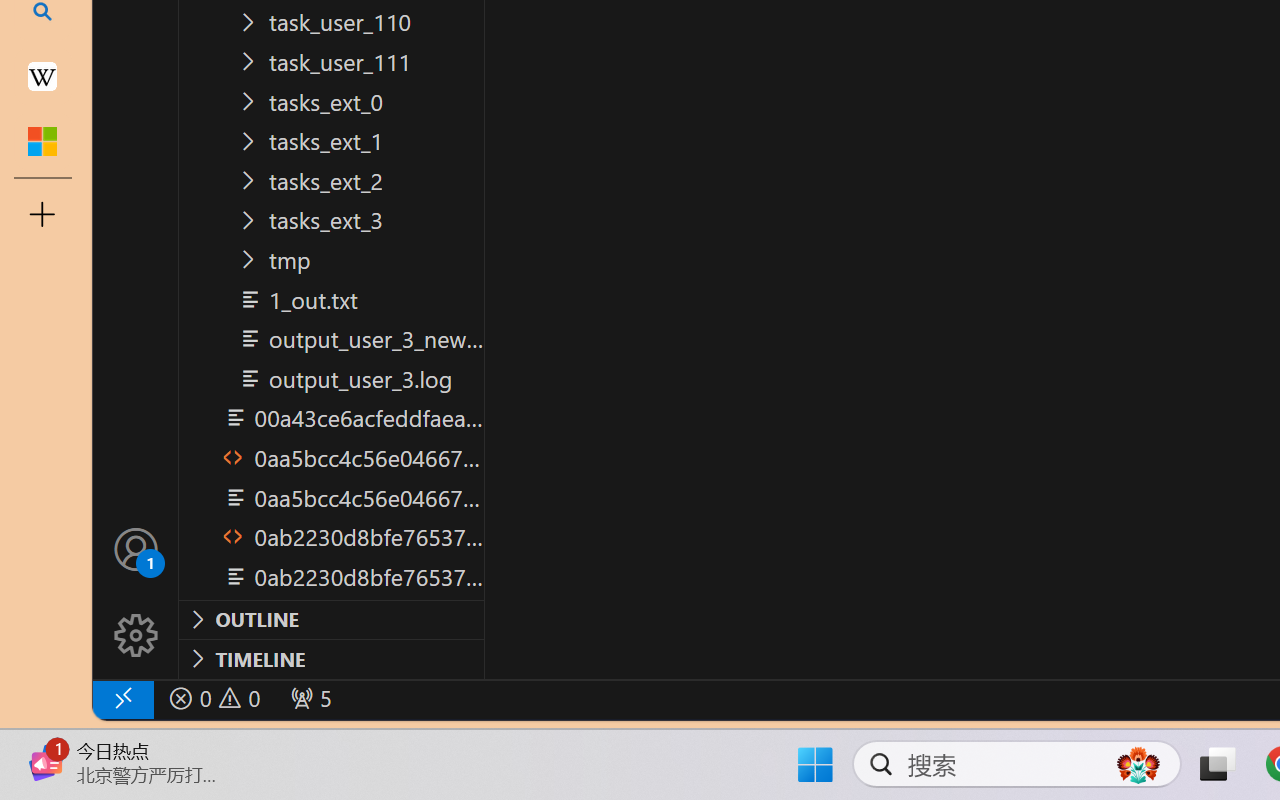 The height and width of the screenshot is (800, 1280). What do you see at coordinates (308, 698) in the screenshot?
I see `'Forwarded Ports: 36301, 47065, 38781, 45817, 50331'` at bounding box center [308, 698].